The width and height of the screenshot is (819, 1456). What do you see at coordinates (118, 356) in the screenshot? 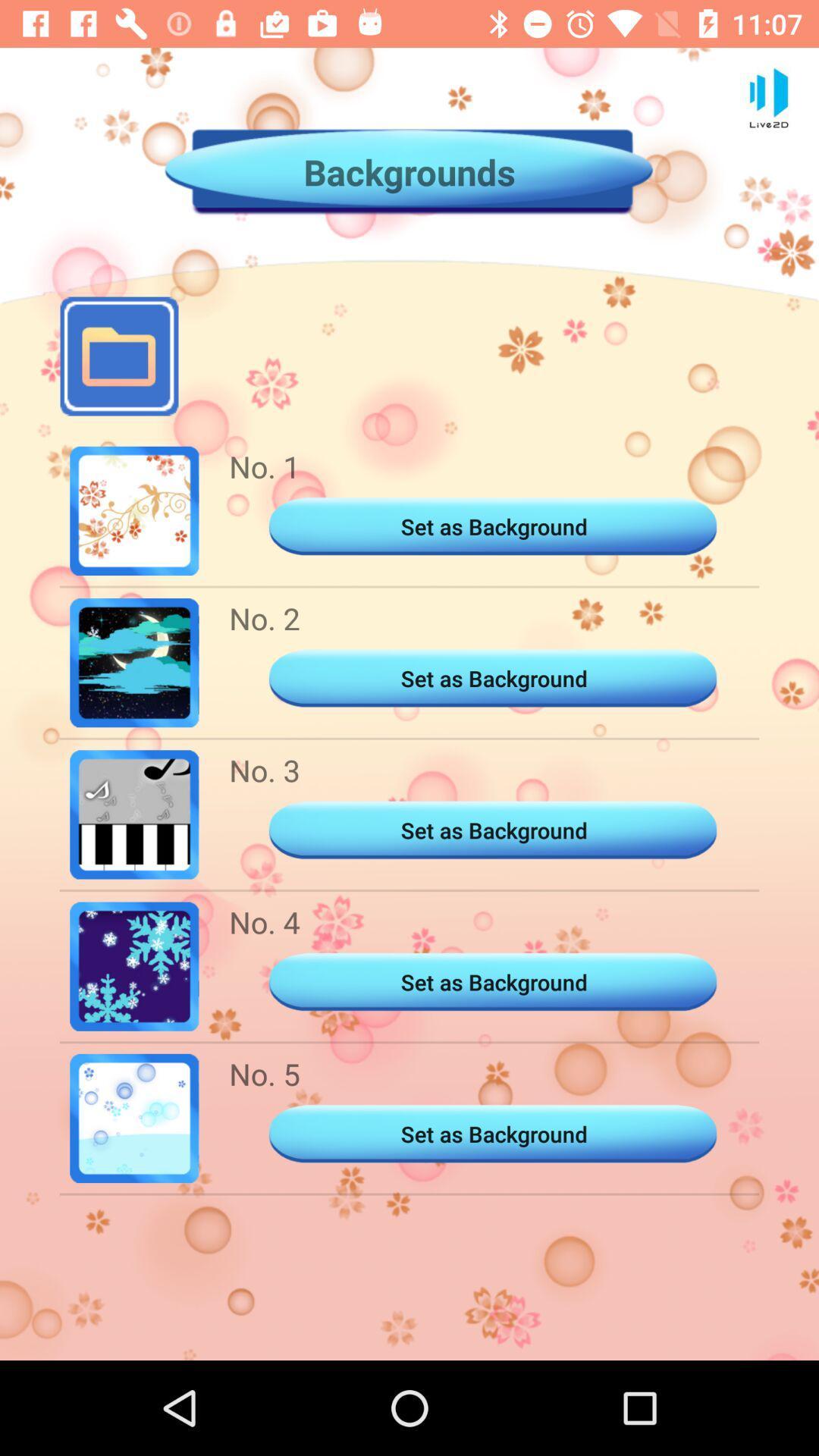
I see `the folder icon` at bounding box center [118, 356].